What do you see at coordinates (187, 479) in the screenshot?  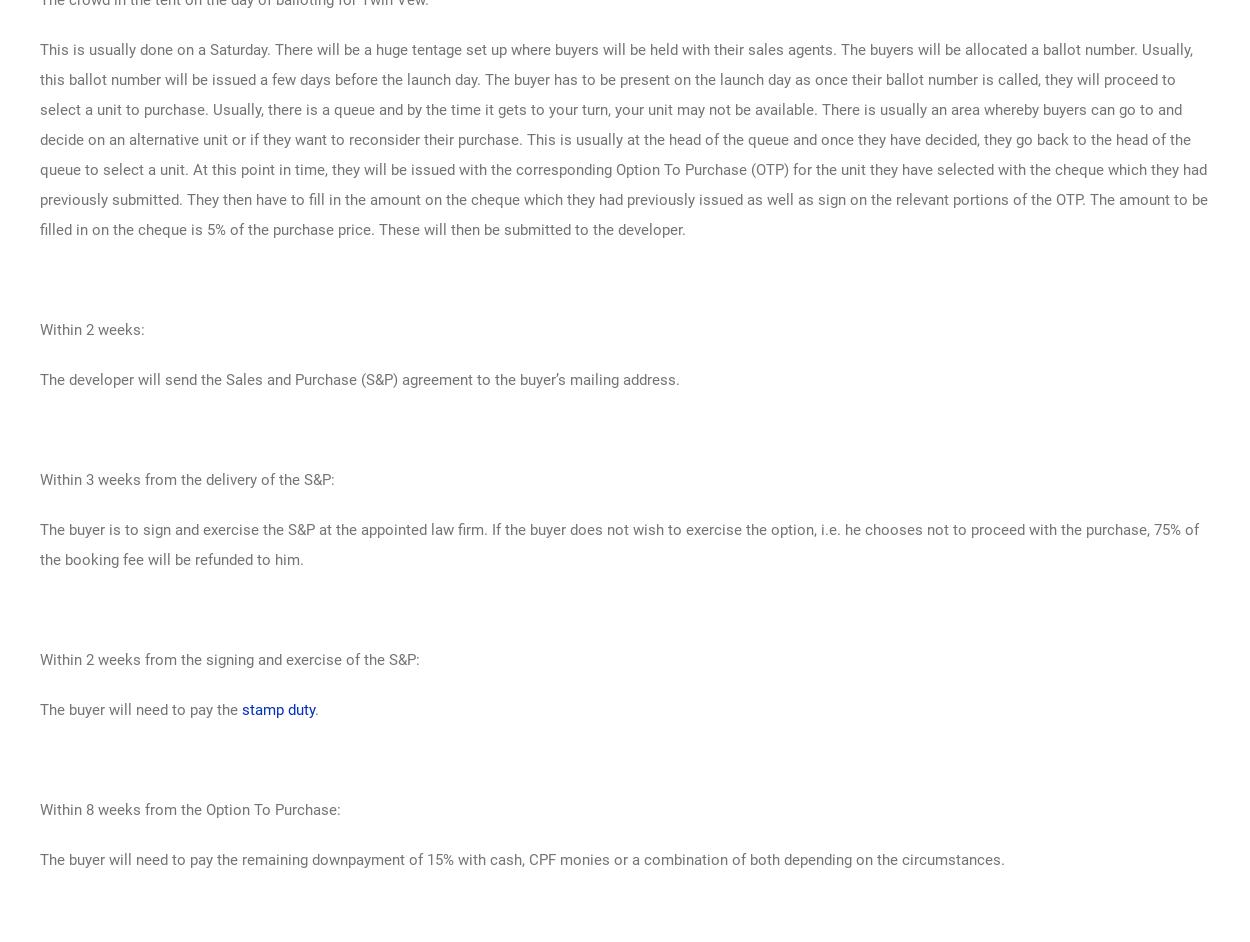 I see `'Within 3 weeks from the delivery of the S&P:'` at bounding box center [187, 479].